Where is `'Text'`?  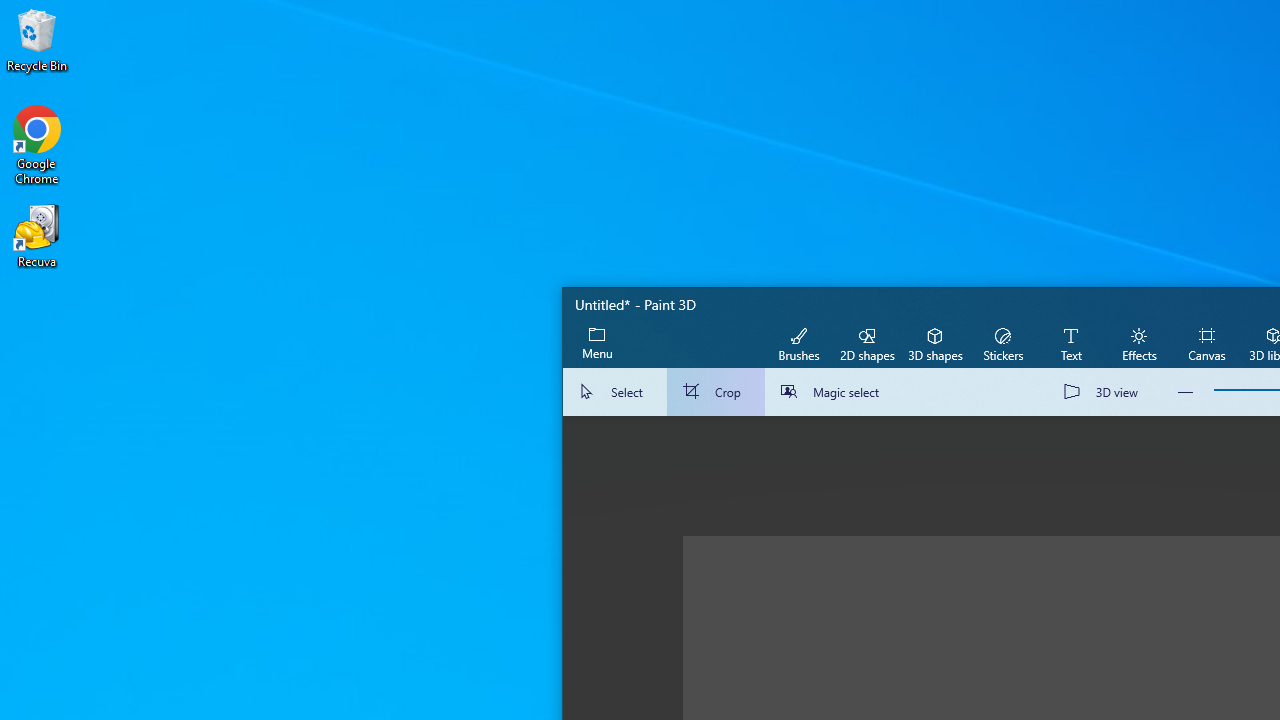 'Text' is located at coordinates (1069, 342).